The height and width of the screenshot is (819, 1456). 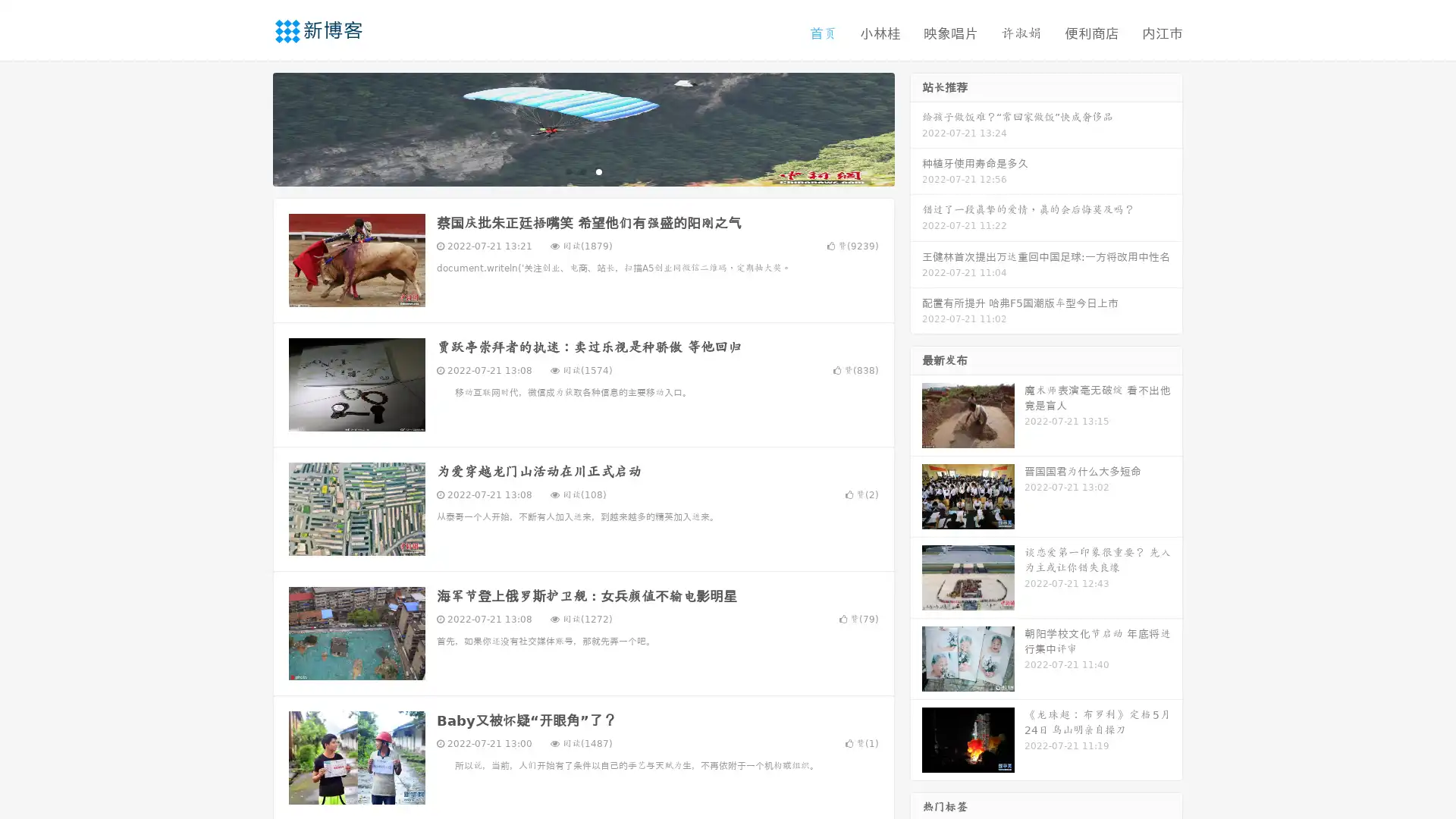 What do you see at coordinates (916, 127) in the screenshot?
I see `Next slide` at bounding box center [916, 127].